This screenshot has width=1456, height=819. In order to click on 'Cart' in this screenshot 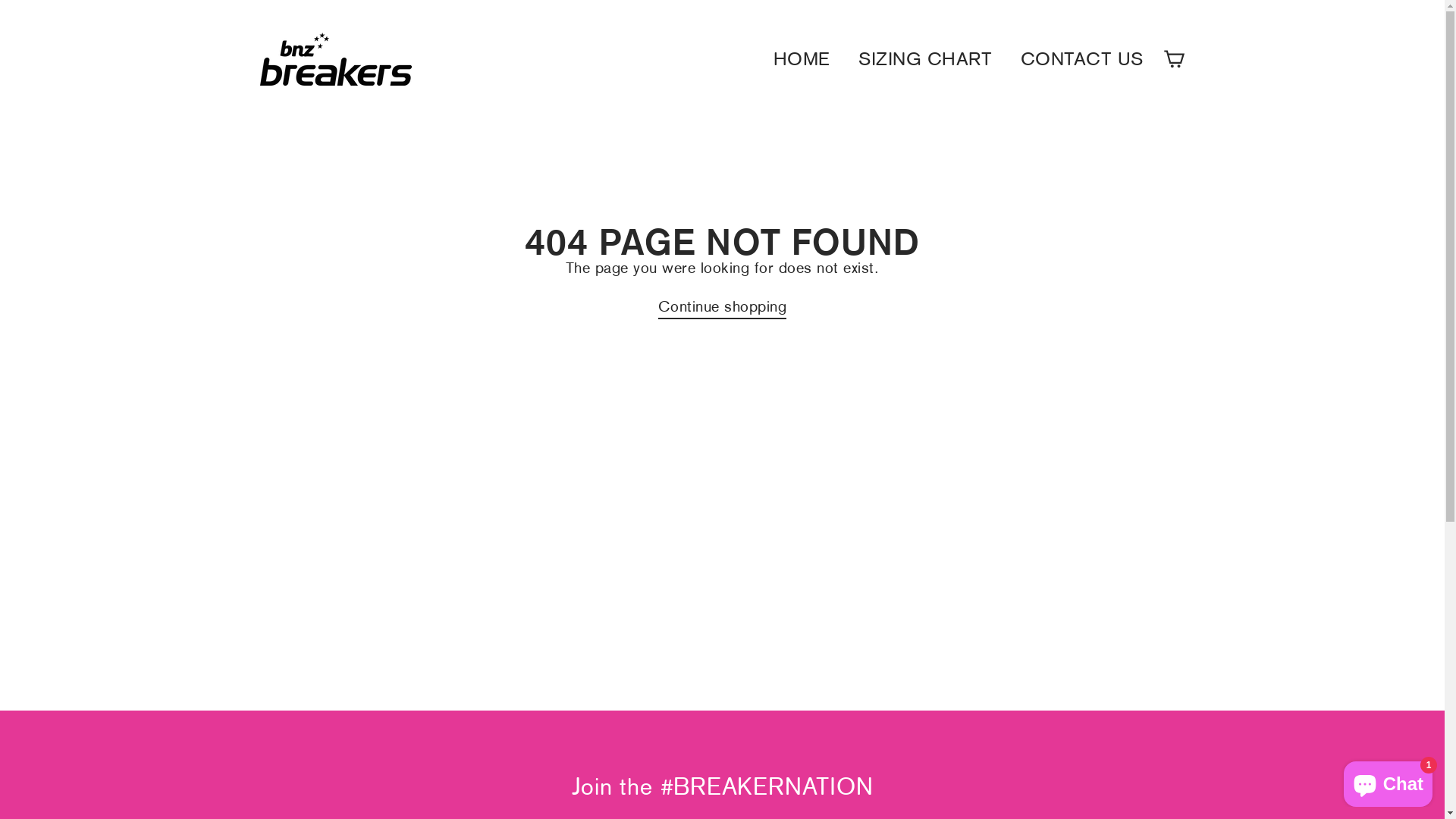, I will do `click(1173, 58)`.